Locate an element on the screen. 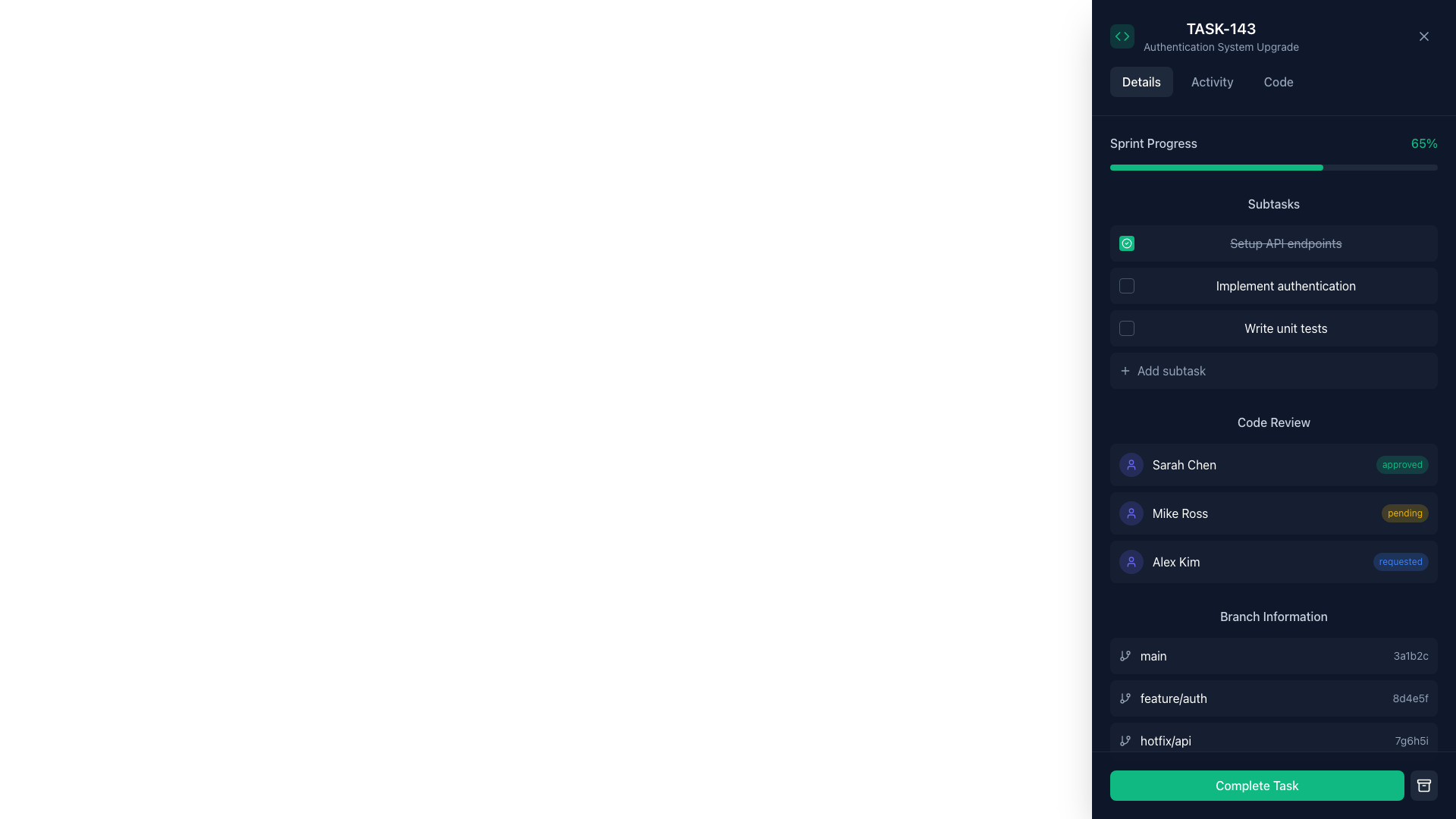 Image resolution: width=1456 pixels, height=819 pixels. the completed subtask button representing a task under the 'TASK-143' details section is located at coordinates (1274, 242).